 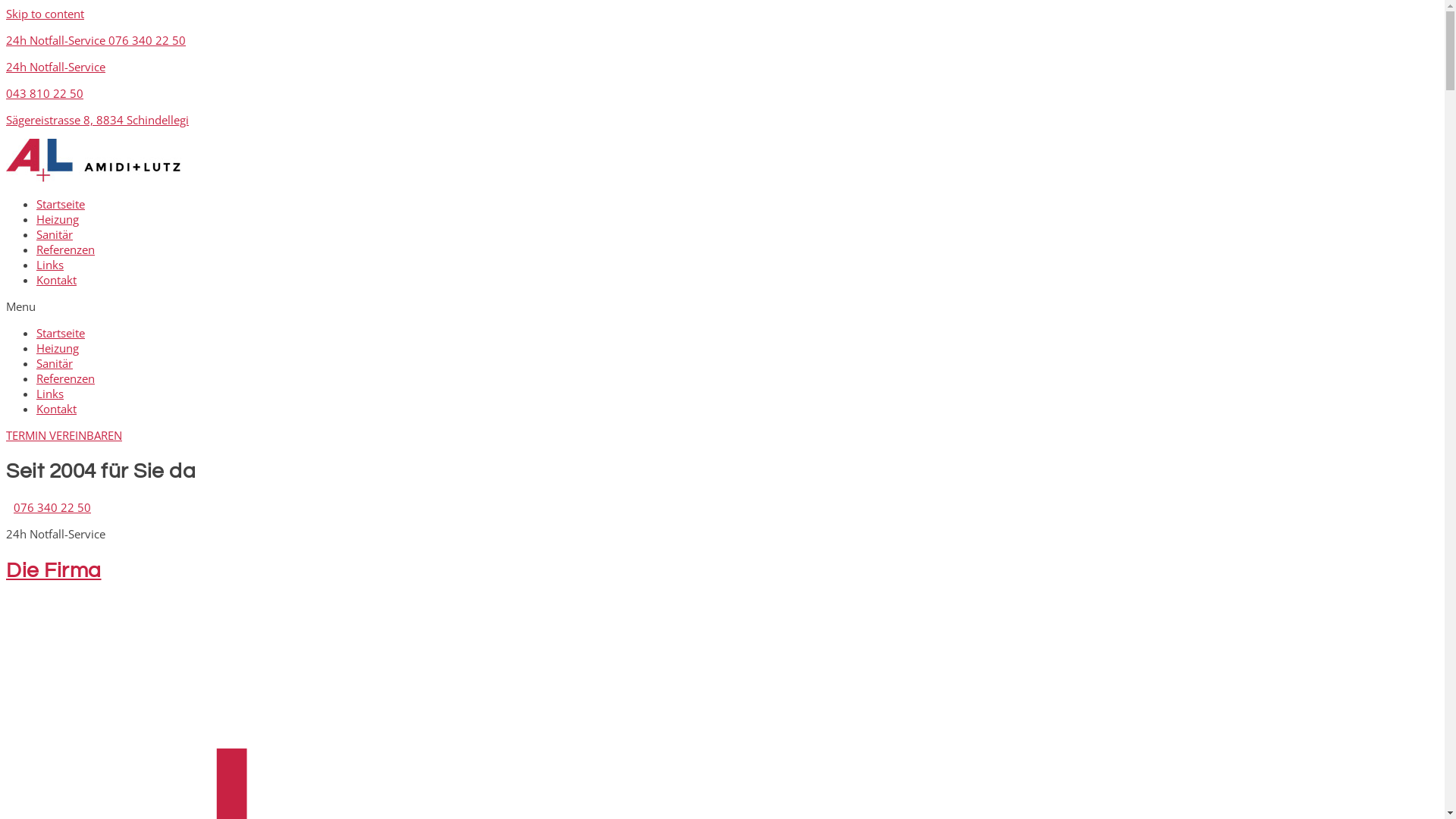 I want to click on 'Referenzen', so click(x=64, y=248).